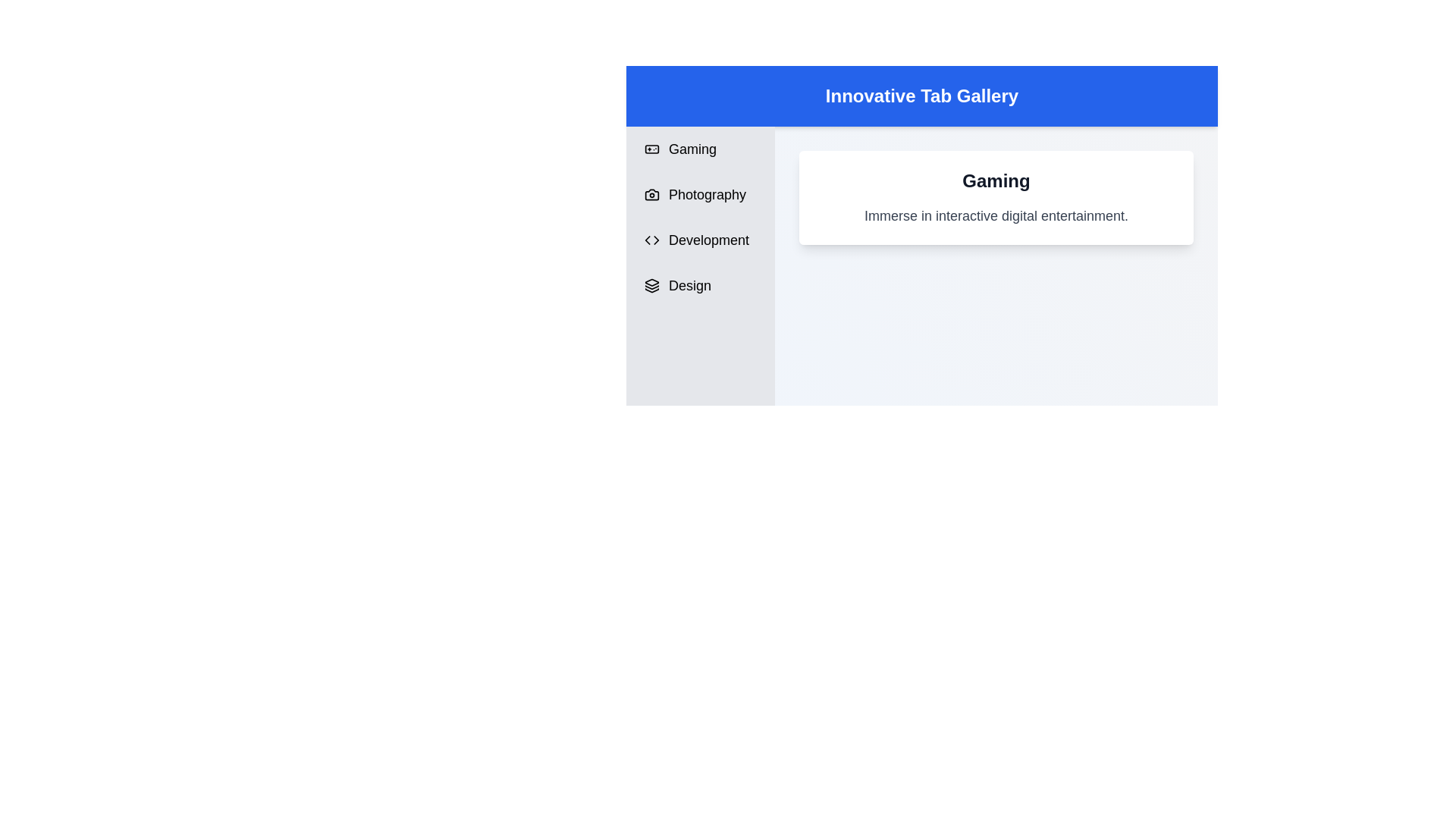 The height and width of the screenshot is (819, 1456). Describe the element at coordinates (699, 239) in the screenshot. I see `the tab labeled Development to switch content` at that location.